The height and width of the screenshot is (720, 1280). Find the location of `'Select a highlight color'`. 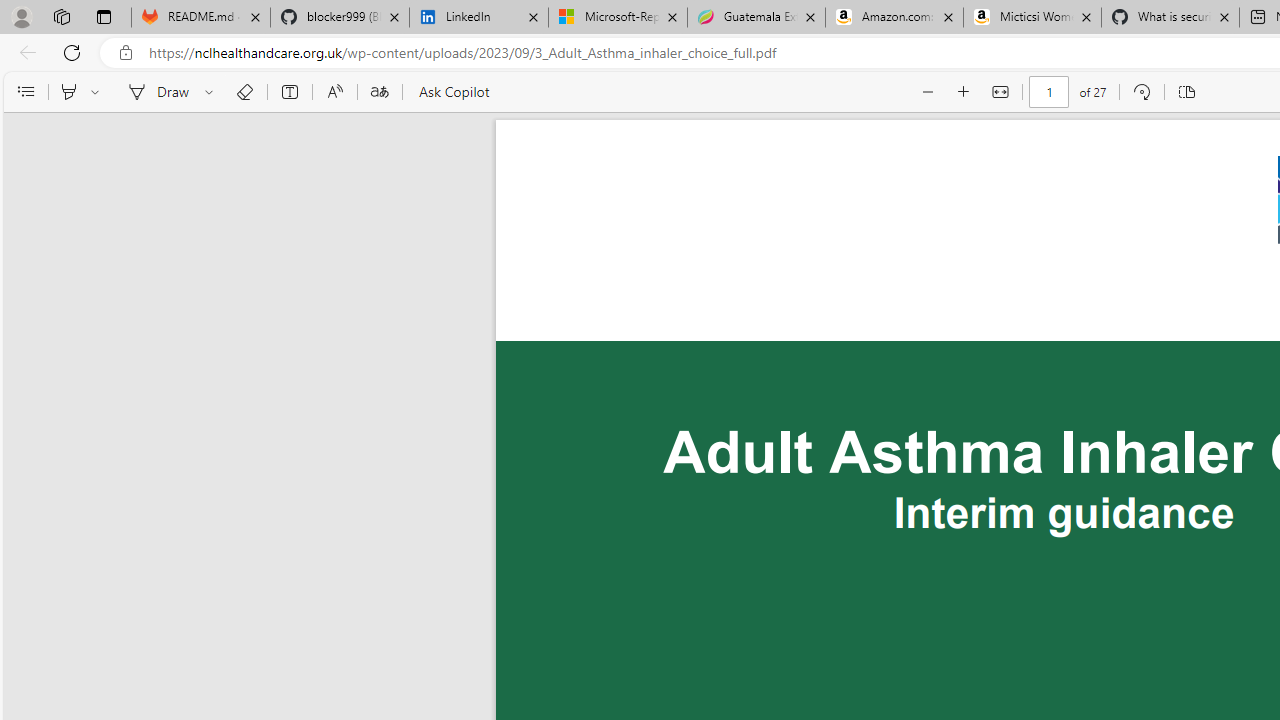

'Select a highlight color' is located at coordinates (97, 92).